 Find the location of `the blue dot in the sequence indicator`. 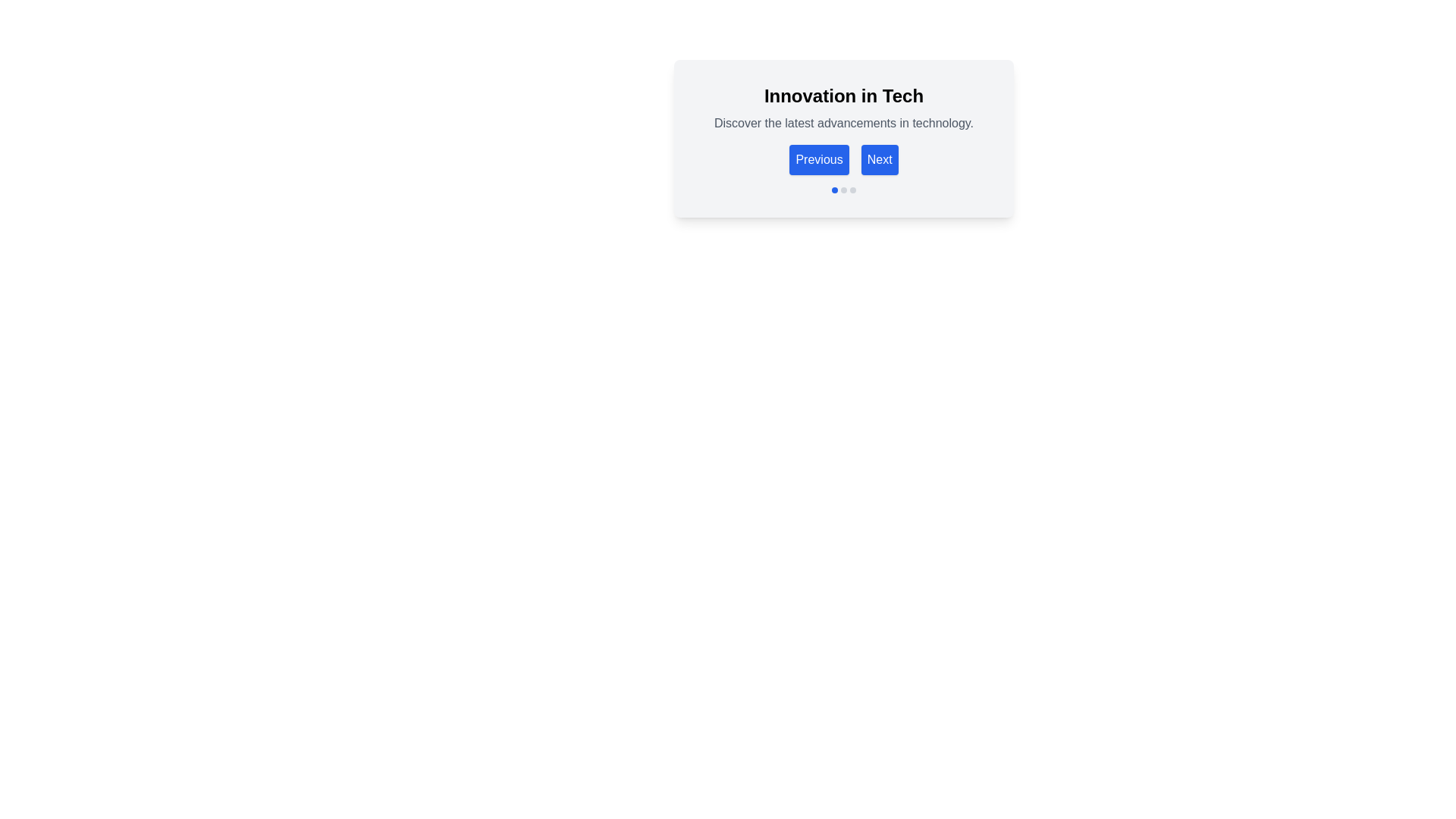

the blue dot in the sequence indicator is located at coordinates (843, 189).